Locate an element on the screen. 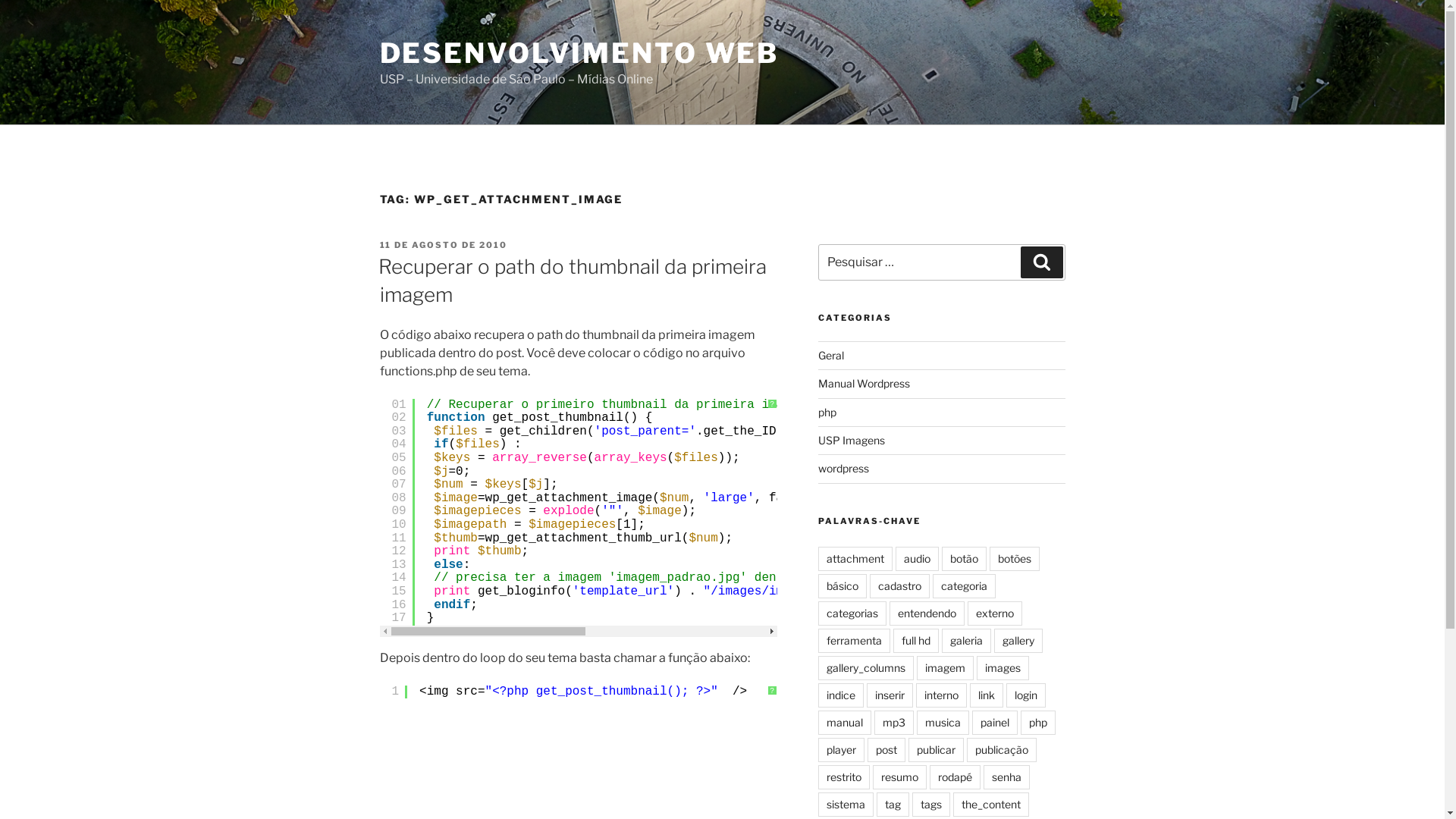 The height and width of the screenshot is (819, 1456). 'full hd' is located at coordinates (915, 640).